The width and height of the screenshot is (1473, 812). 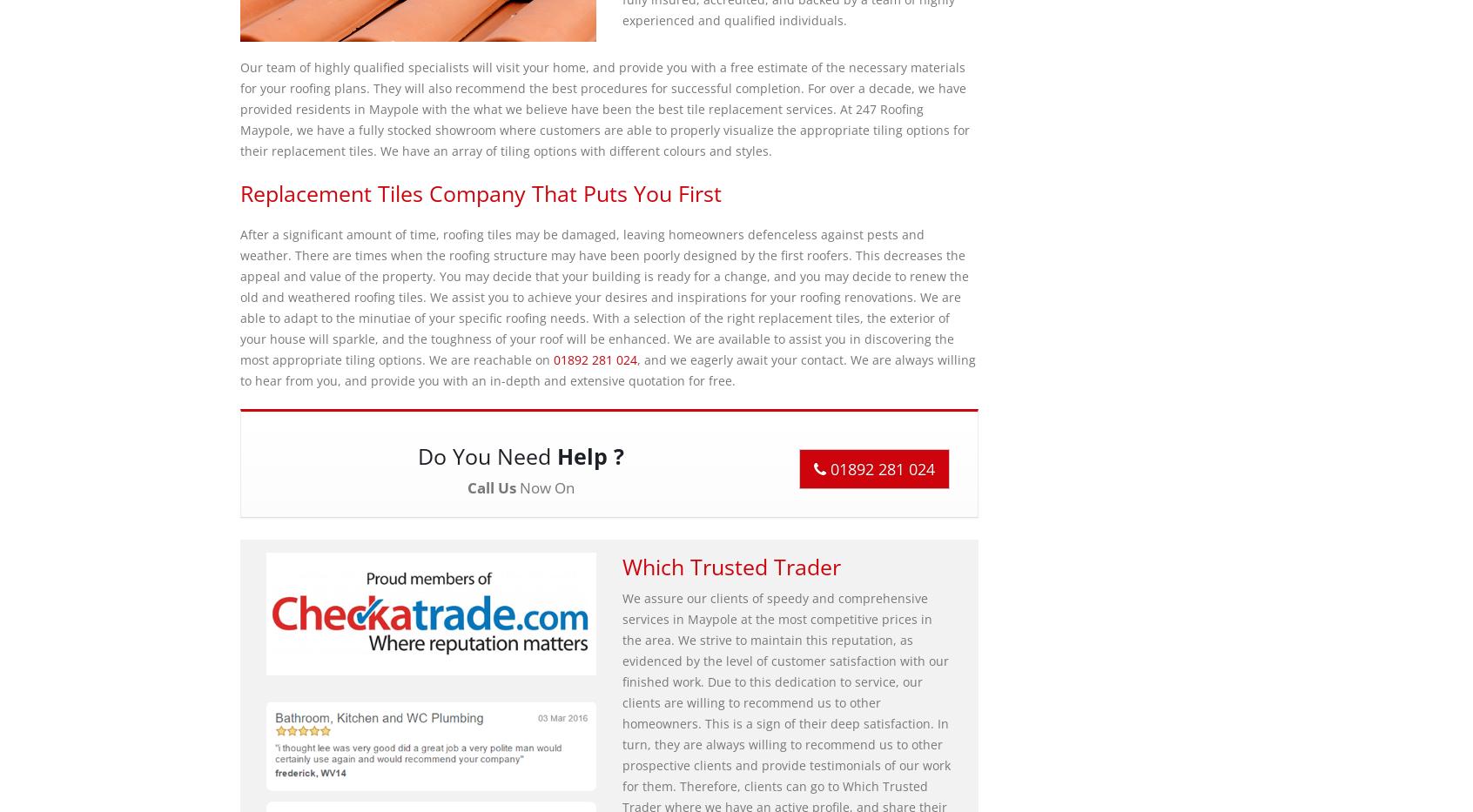 What do you see at coordinates (239, 296) in the screenshot?
I see `'After a significant amount of time, roofing tiles may be damaged, leaving homeowners defenceless against pests and weather. There are times when the roofing structure may have been poorly designed by the first roofers. This decreases the appeal and value of the property. You may decide that your building is ready for a change, and you may decide to renew the old and weathered roofing tiles. We assist you to achieve your desires and inspirations for your roofing renovations. We are able to adapt to the minutiae of your specific roofing needs. With a selection of the right replacement tiles, the exterior of your house will sparkle, and the toughness of your roof will be enhanced. We are available to assist you in discovering the most appropriate tiling options. We are reachable on'` at bounding box center [239, 296].